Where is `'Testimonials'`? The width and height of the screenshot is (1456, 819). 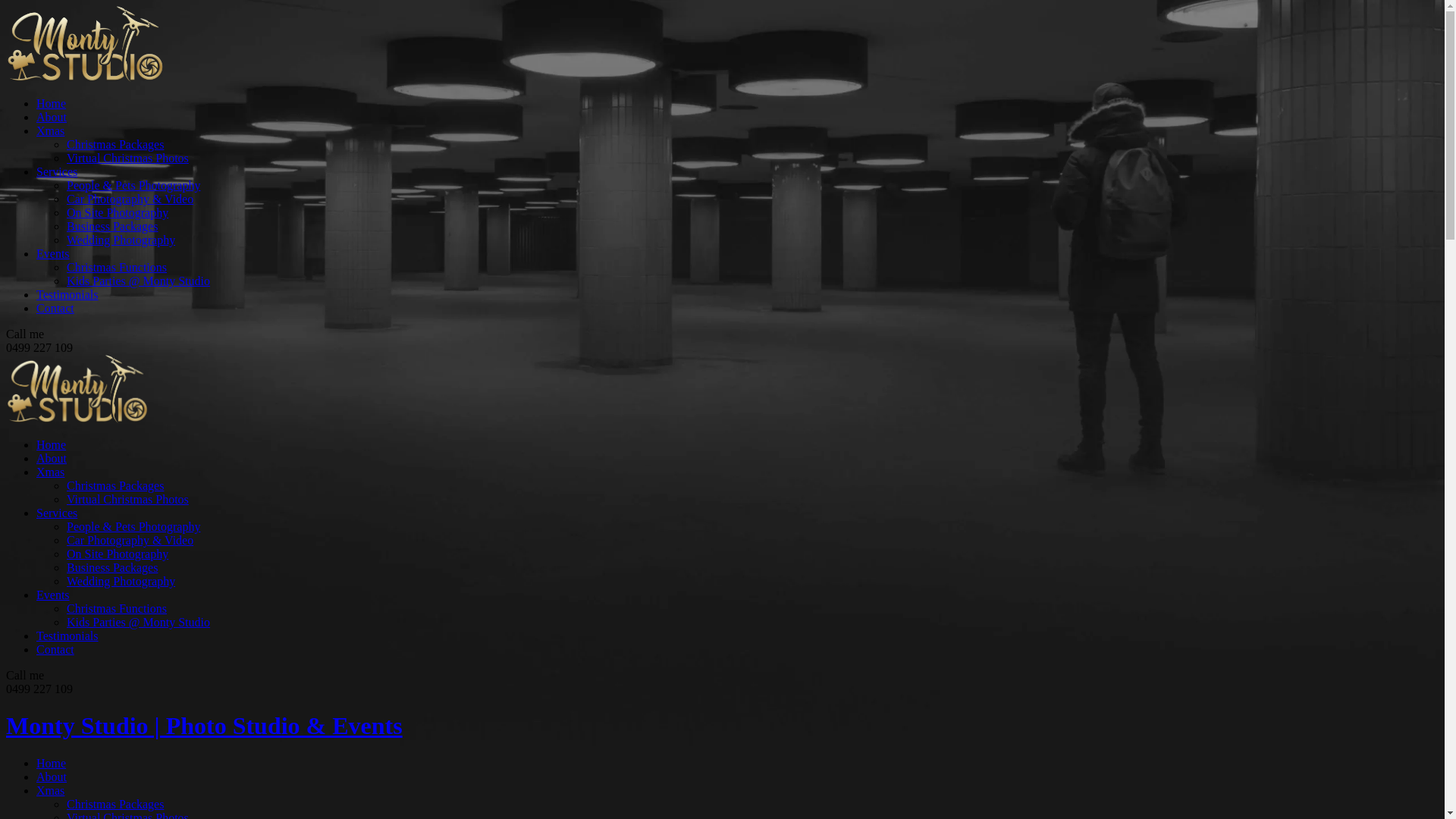 'Testimonials' is located at coordinates (67, 635).